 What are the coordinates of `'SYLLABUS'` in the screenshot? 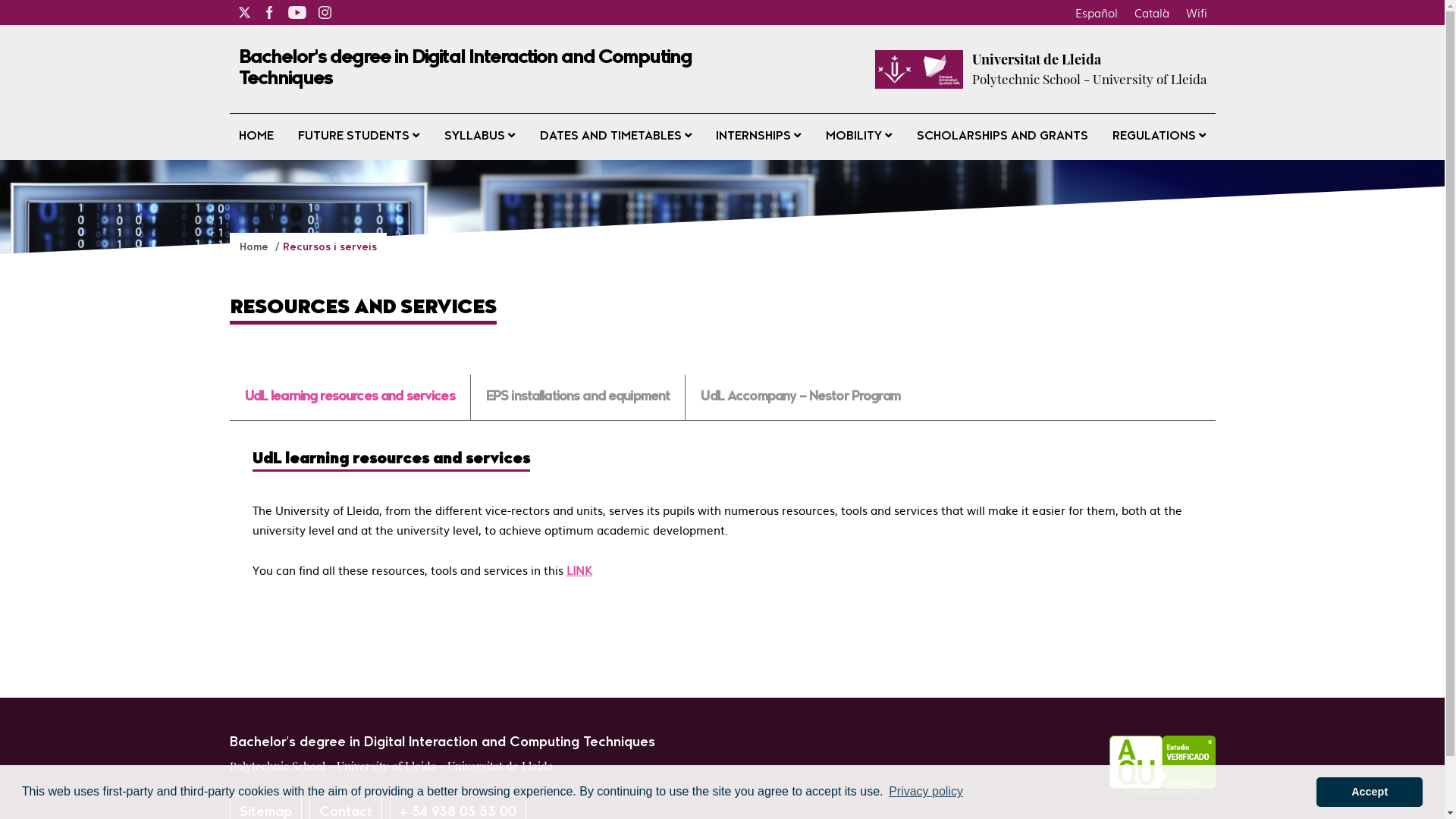 It's located at (479, 136).